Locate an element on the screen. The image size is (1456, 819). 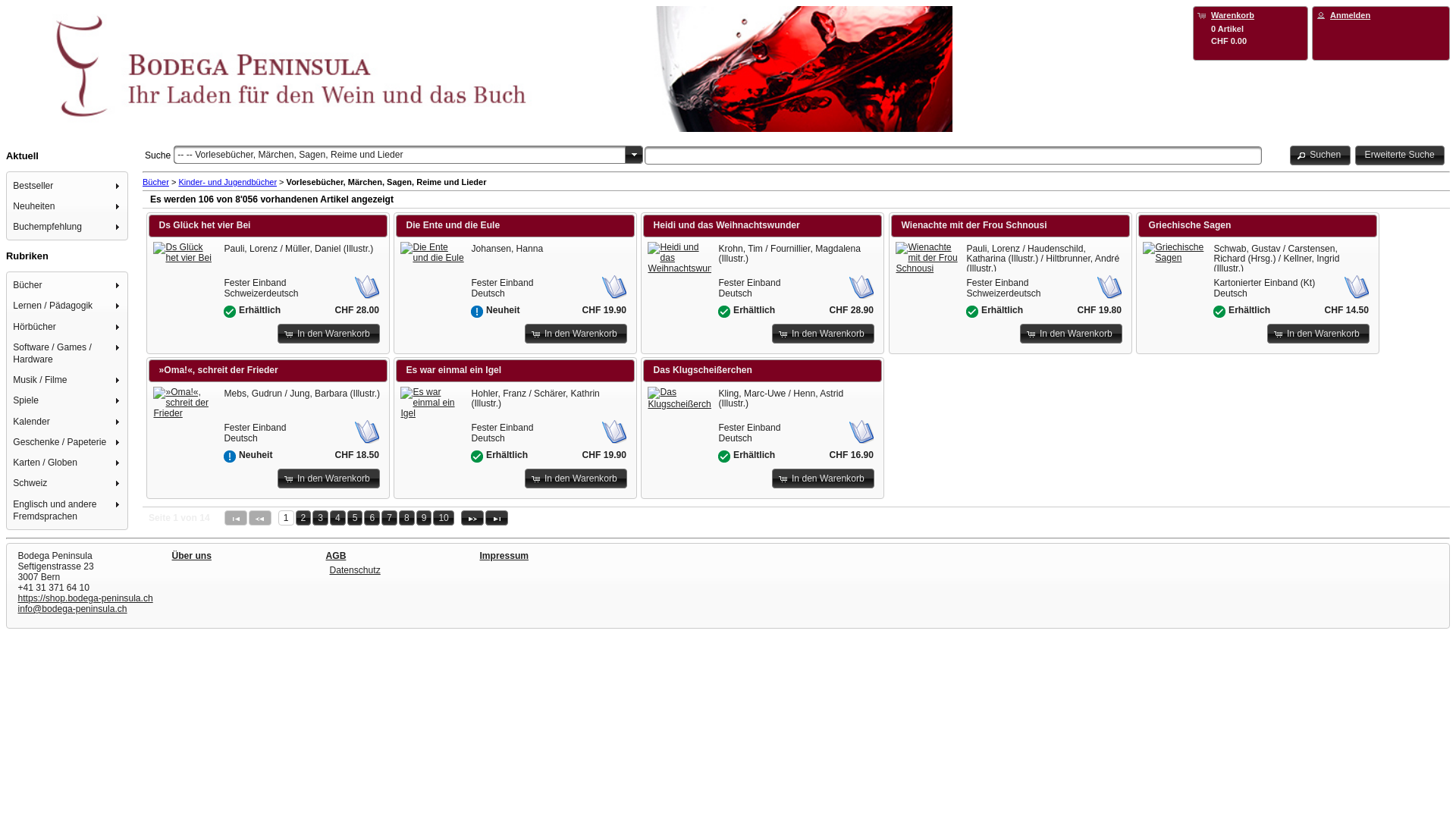
'Warenkorb is located at coordinates (1250, 27).